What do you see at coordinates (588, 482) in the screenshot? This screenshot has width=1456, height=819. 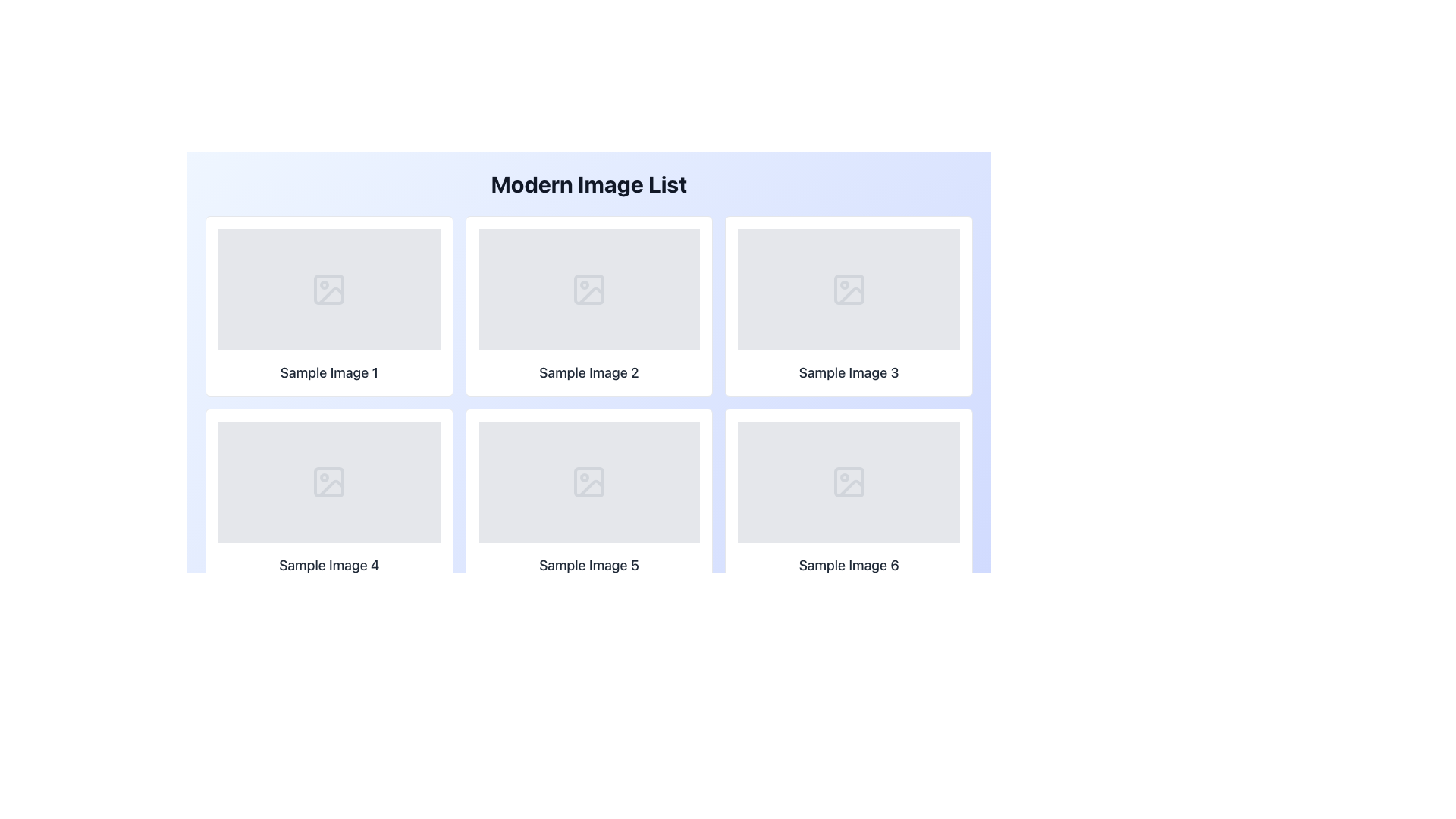 I see `the image placeholder component labeled 'Sample Image 5'` at bounding box center [588, 482].